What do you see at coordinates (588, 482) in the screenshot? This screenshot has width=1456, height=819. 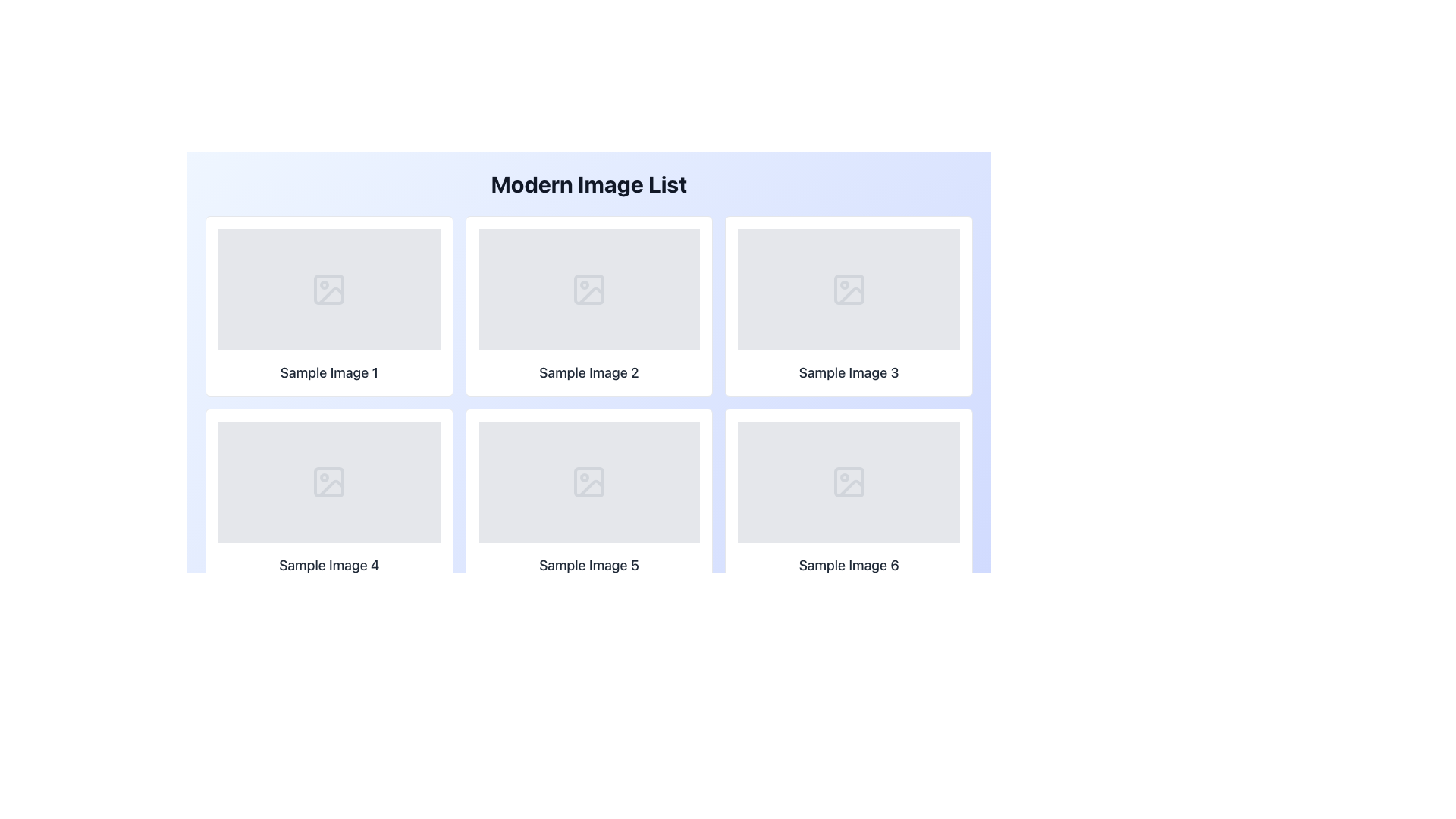 I see `the image placeholder component labeled 'Sample Image 5'` at bounding box center [588, 482].